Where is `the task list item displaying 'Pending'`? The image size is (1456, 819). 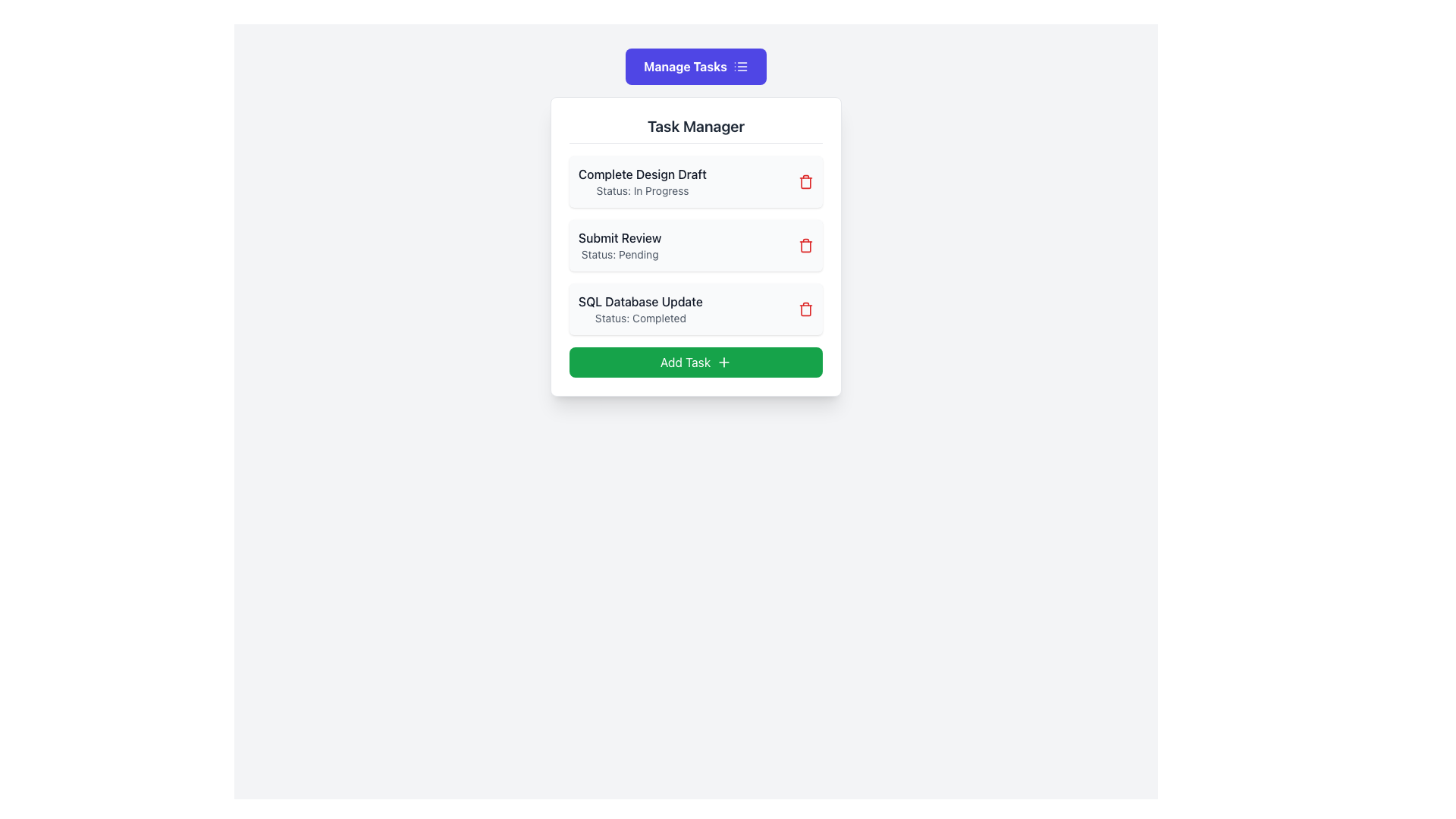 the task list item displaying 'Pending' is located at coordinates (695, 245).